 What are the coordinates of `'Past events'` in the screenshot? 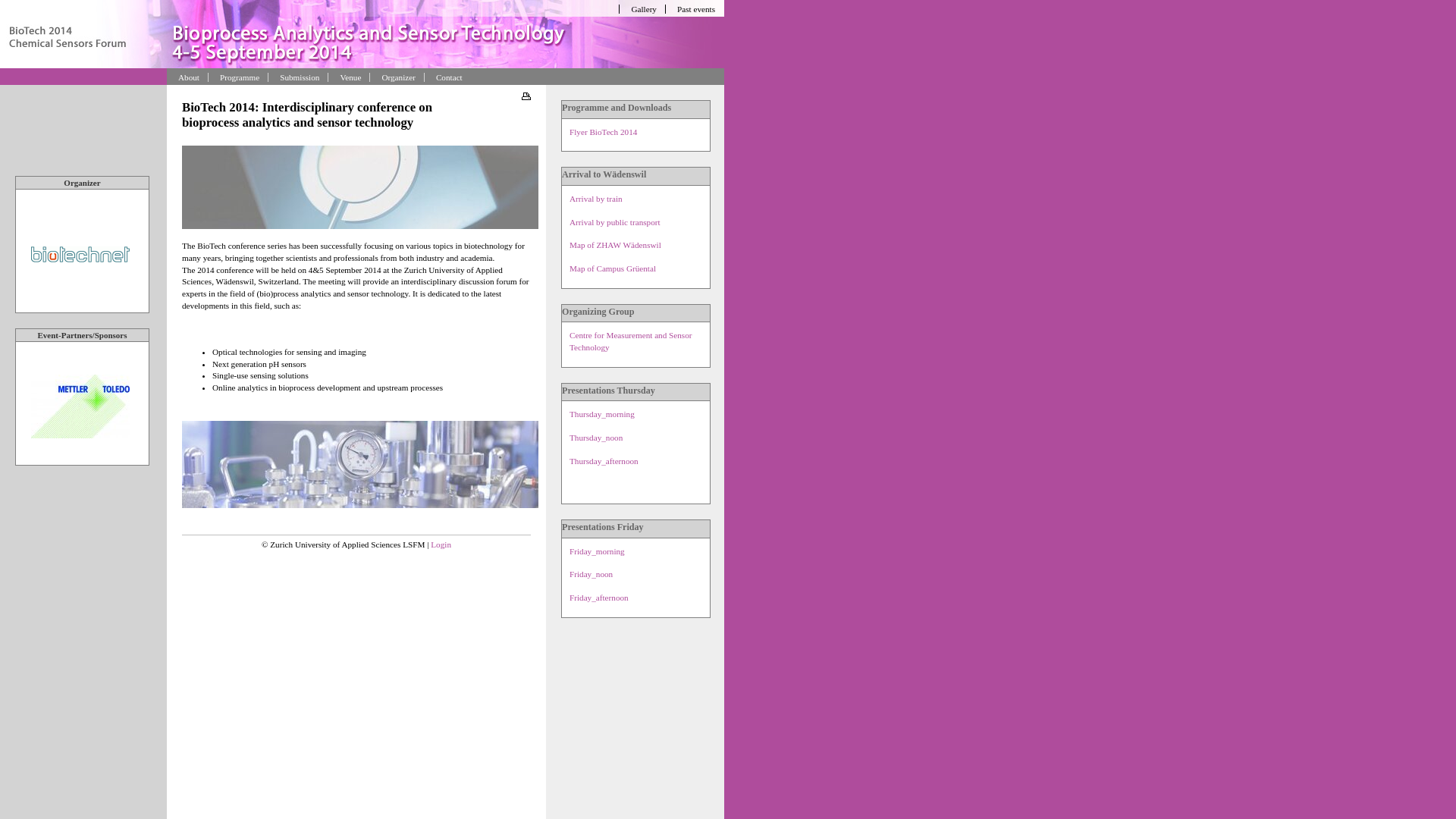 It's located at (692, 8).